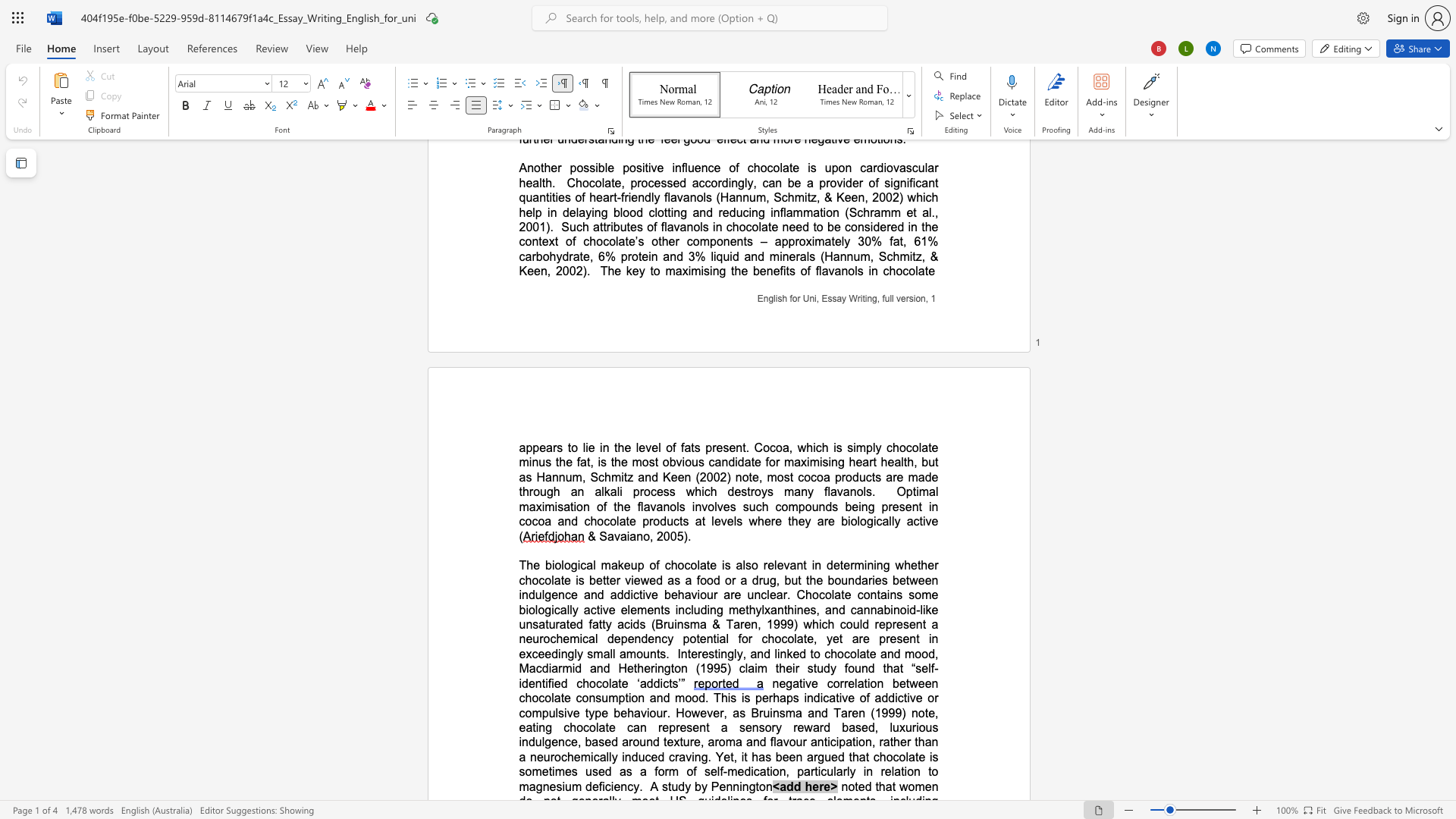  What do you see at coordinates (861, 683) in the screenshot?
I see `the 2th character "a" in the text` at bounding box center [861, 683].